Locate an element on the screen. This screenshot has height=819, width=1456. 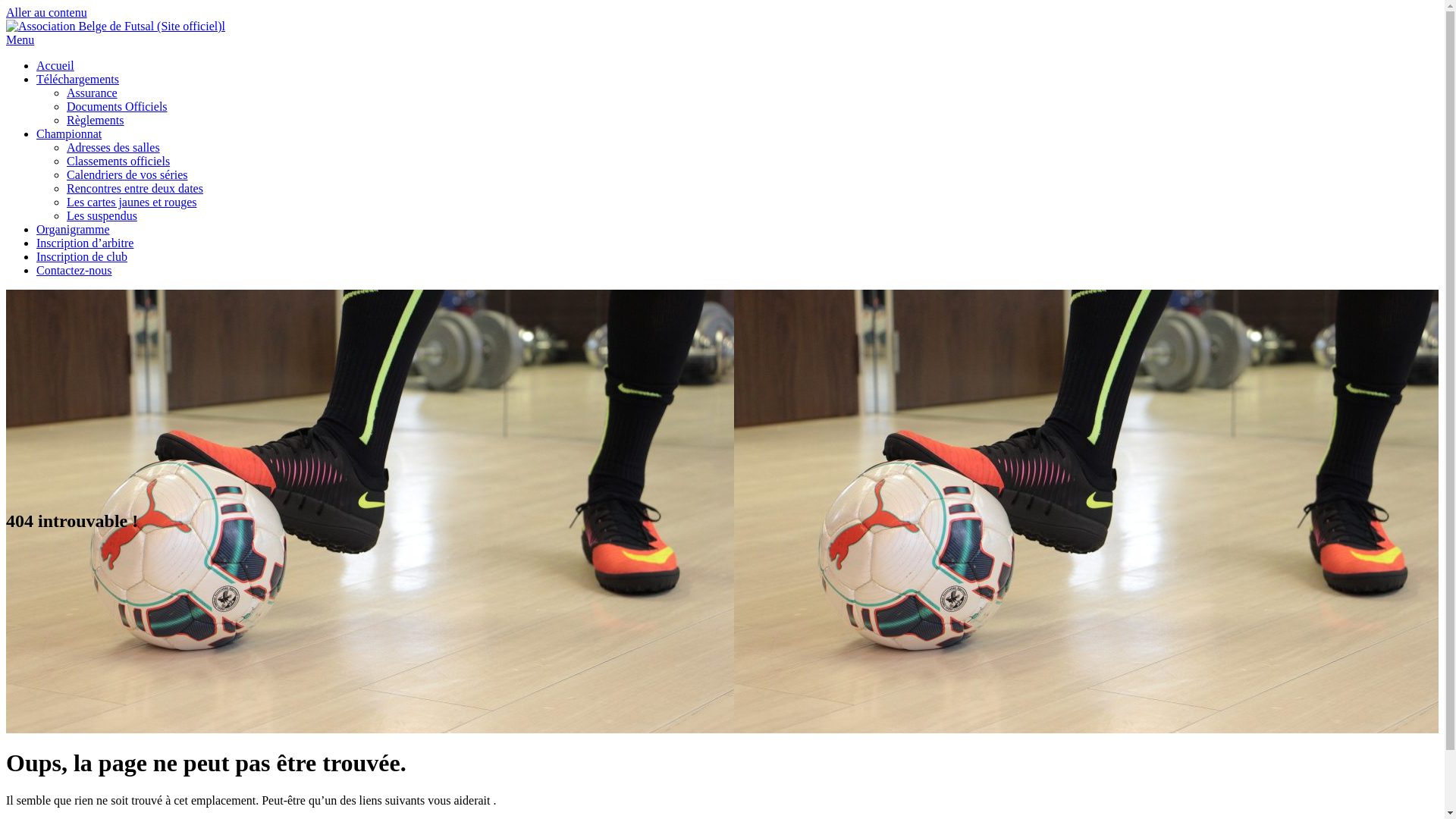
'Organigramme' is located at coordinates (72, 229).